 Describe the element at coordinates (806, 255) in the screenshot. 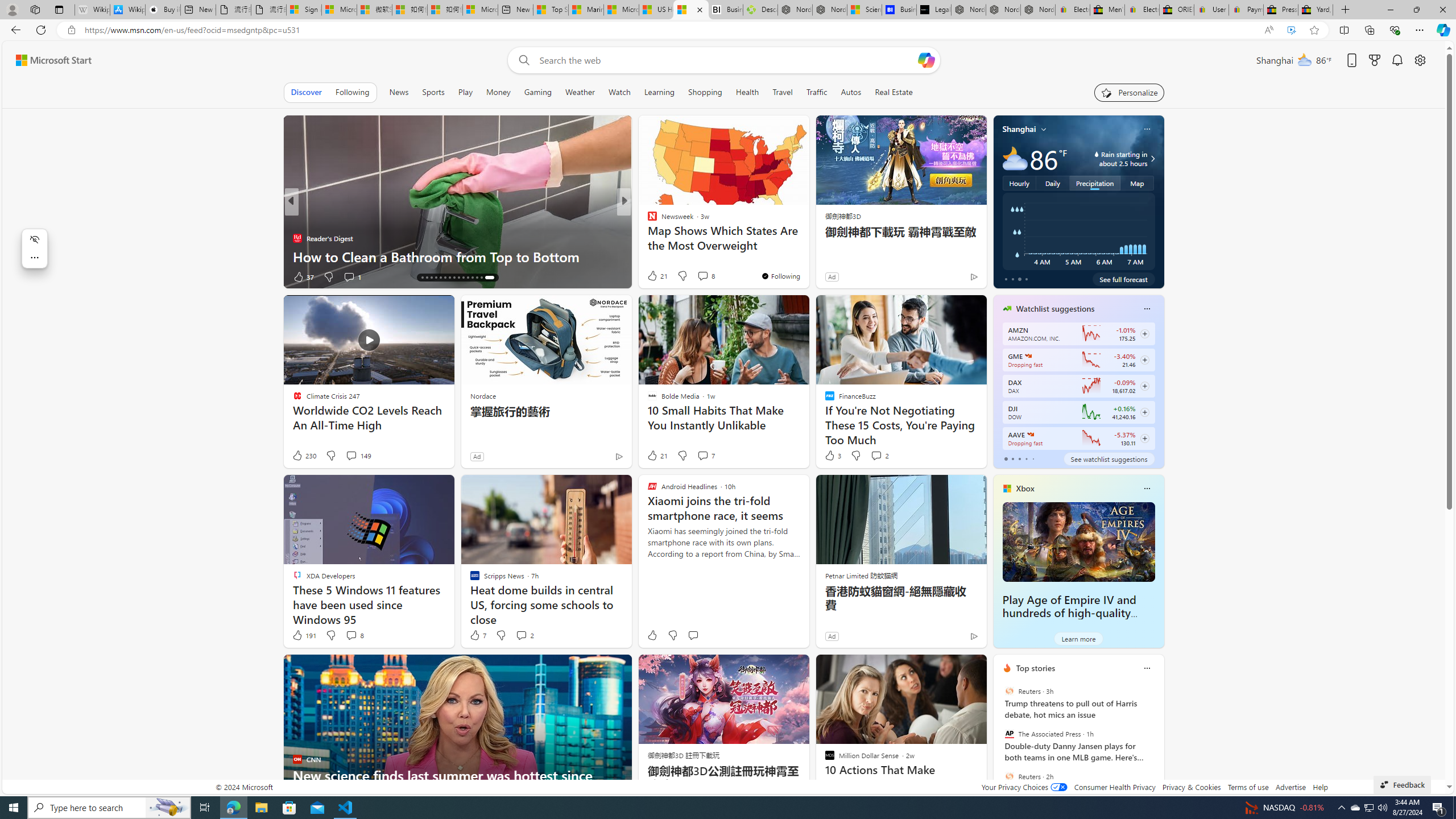

I see `'14 Funny Ways People Try to Save Money'` at that location.